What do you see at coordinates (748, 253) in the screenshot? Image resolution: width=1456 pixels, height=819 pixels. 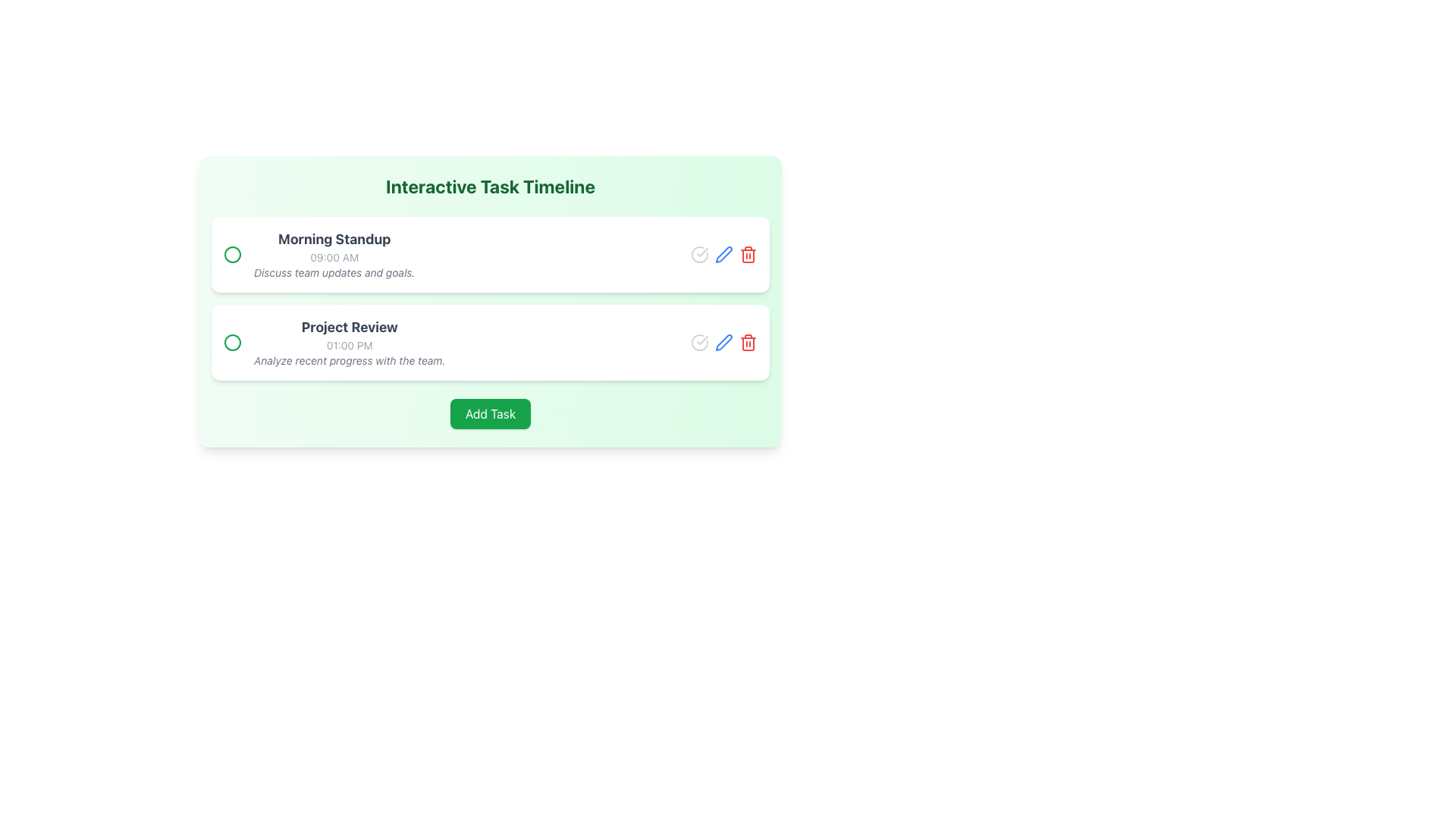 I see `the red trash can icon button that indicates a delete action, located at the far-right end of the control icons group in the 'Project Review' task row` at bounding box center [748, 253].